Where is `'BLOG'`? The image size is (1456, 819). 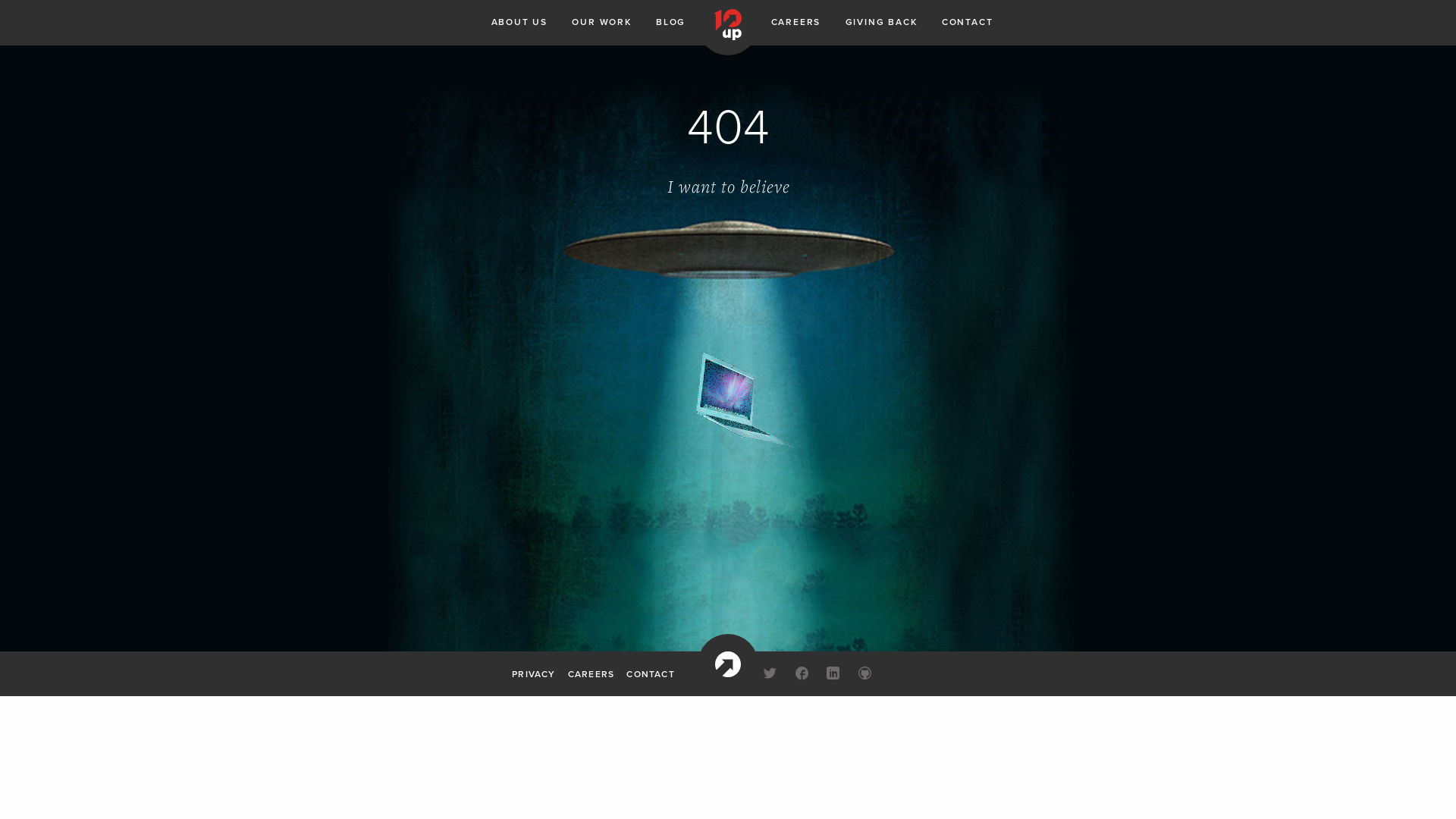 'BLOG' is located at coordinates (655, 22).